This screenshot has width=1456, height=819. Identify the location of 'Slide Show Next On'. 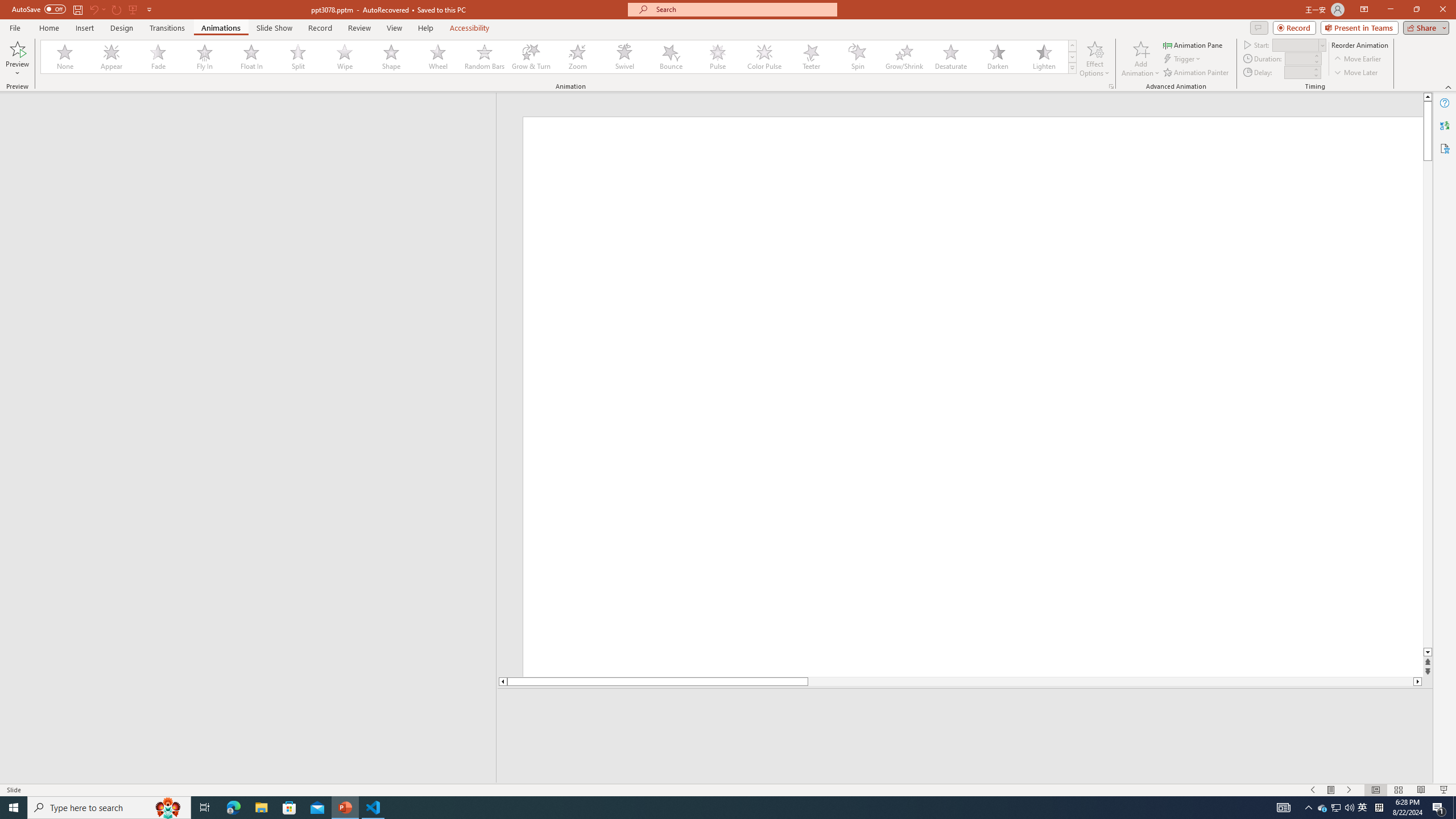
(1349, 790).